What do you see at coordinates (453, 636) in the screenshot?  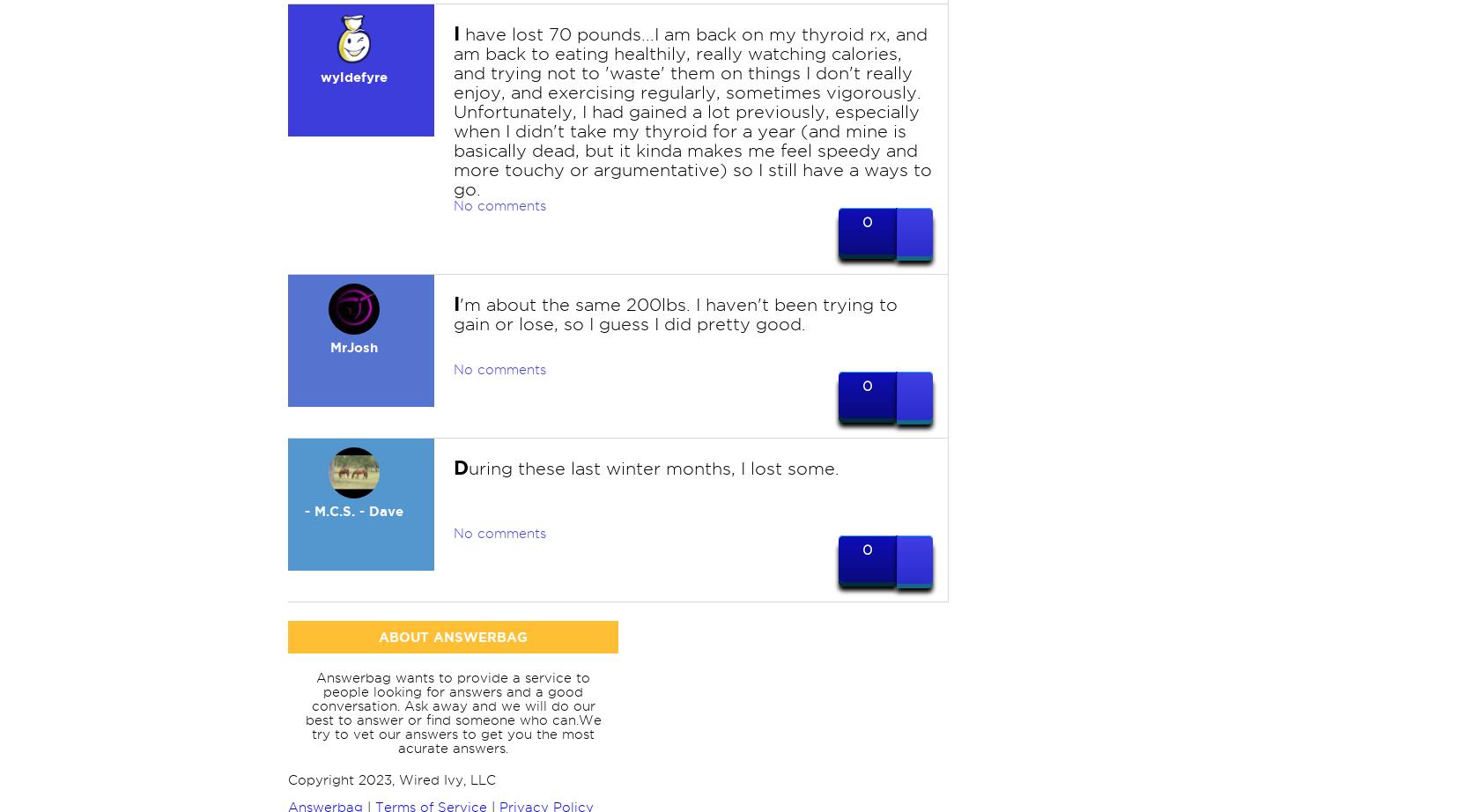 I see `'ABOUT ANSWERBAG'` at bounding box center [453, 636].